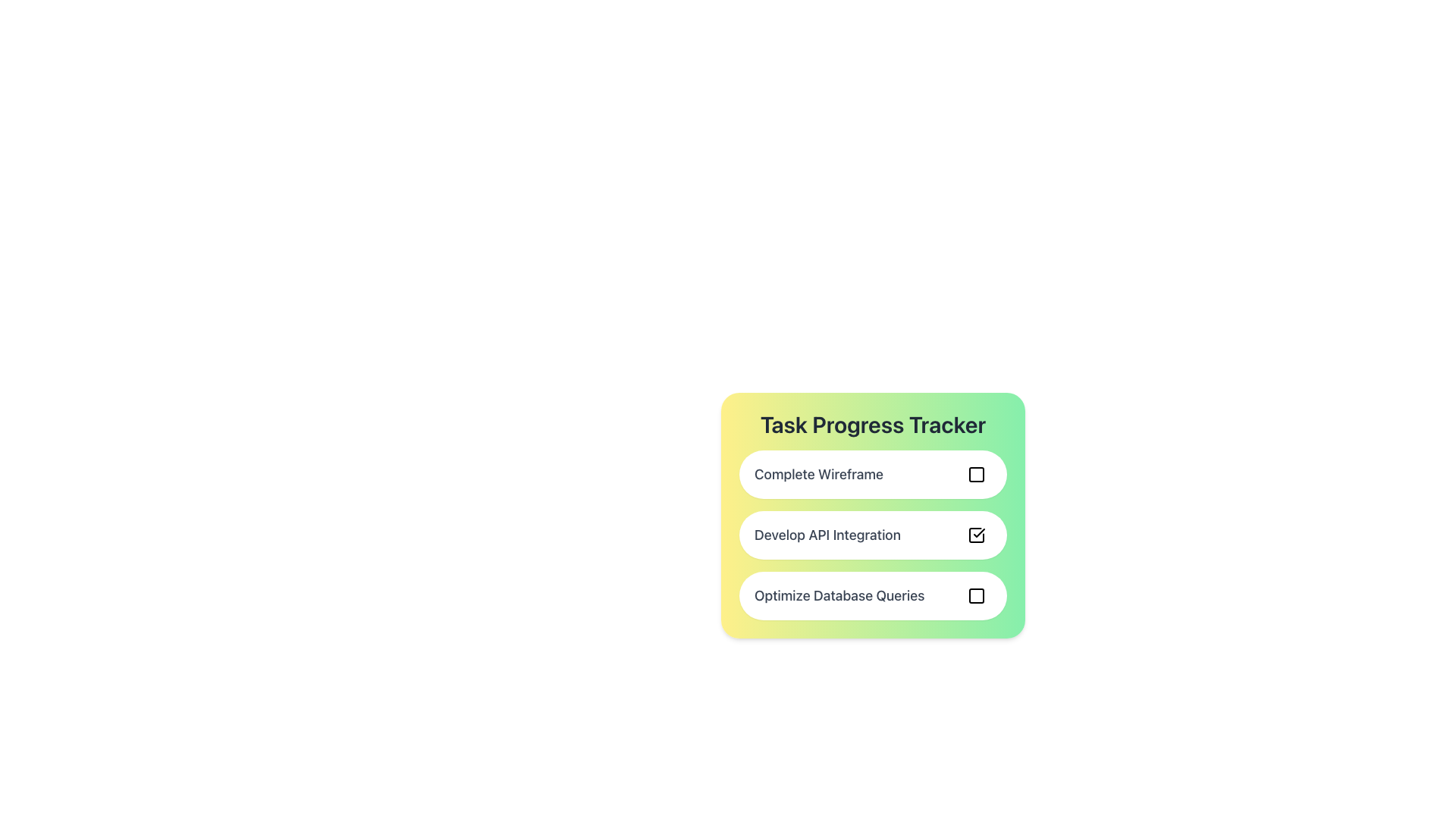 The height and width of the screenshot is (819, 1456). I want to click on the text label that says 'Develop API Integration' which is styled in a medium-sized gray font and is part of a task tracker interface, so click(827, 534).